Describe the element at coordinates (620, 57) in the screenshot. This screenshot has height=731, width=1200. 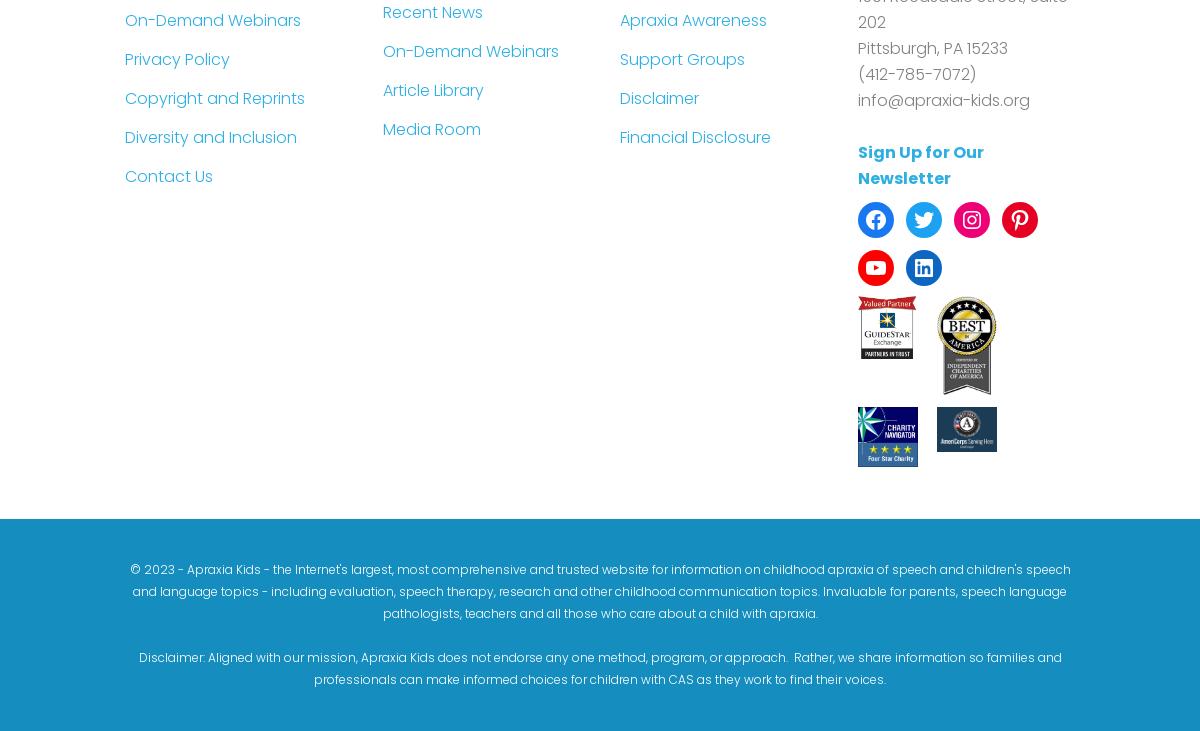
I see `'Support Groups'` at that location.